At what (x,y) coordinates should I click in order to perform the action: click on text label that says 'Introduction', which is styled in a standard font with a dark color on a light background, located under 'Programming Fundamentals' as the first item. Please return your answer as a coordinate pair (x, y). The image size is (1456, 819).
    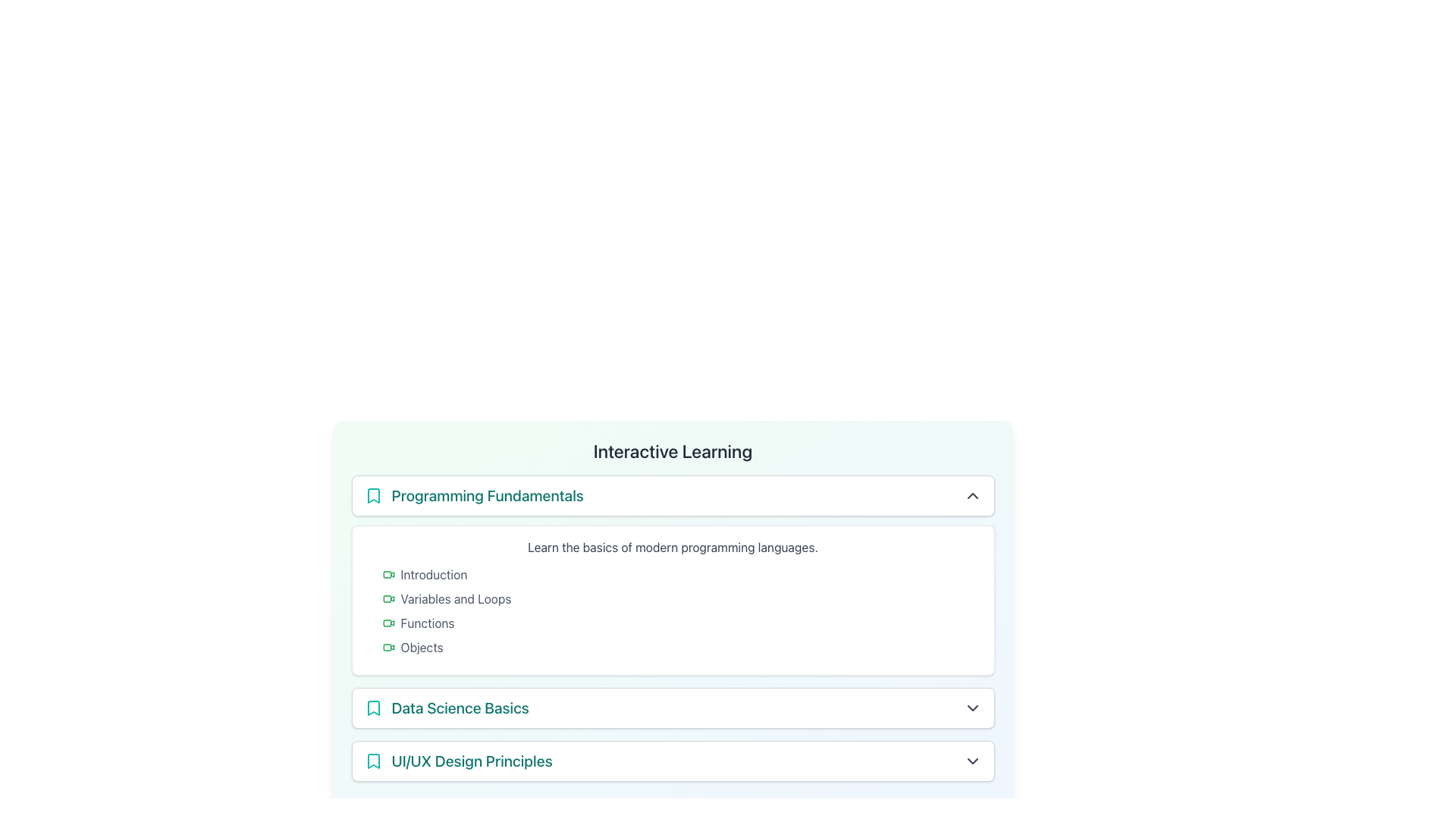
    Looking at the image, I should click on (433, 575).